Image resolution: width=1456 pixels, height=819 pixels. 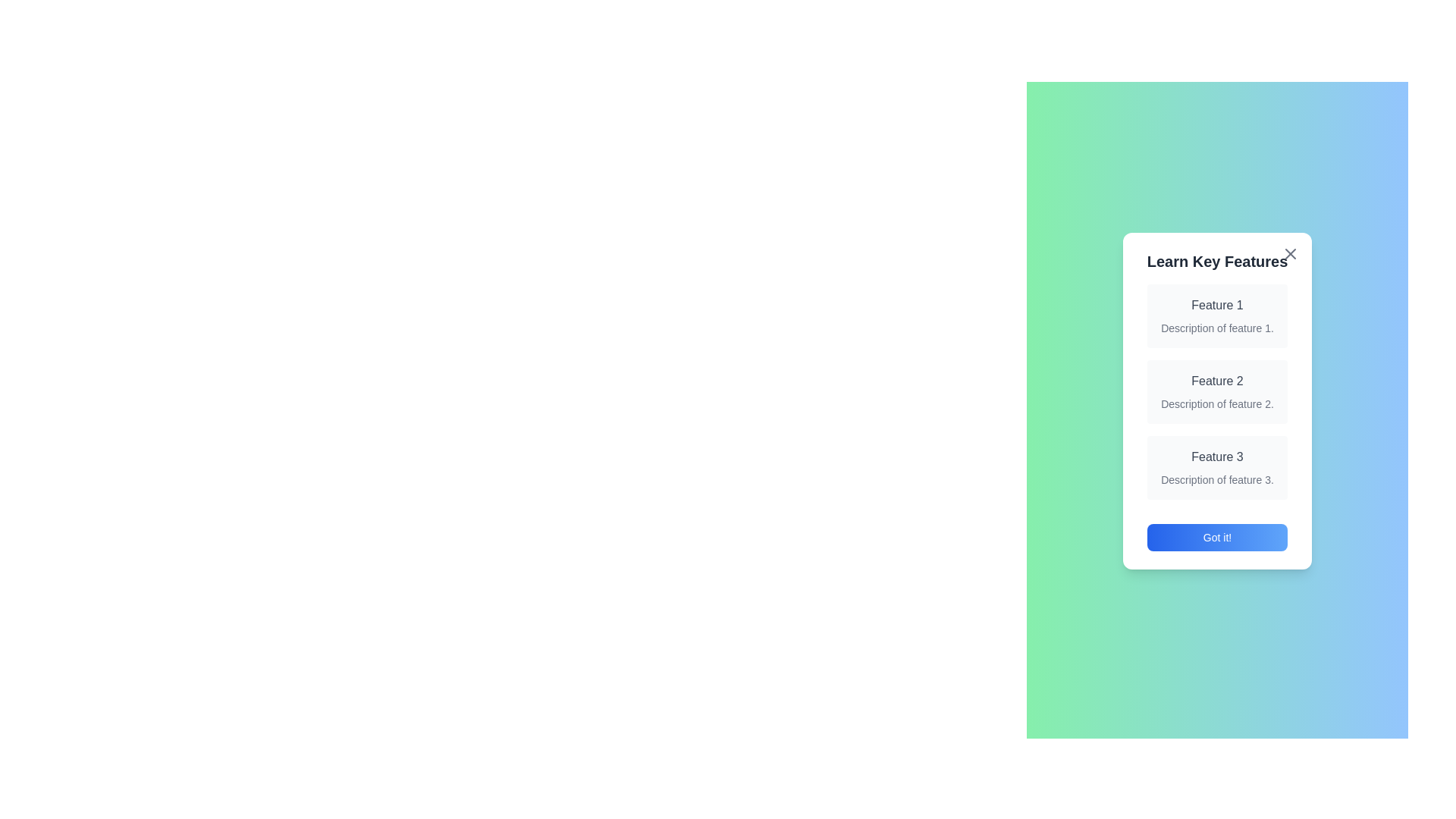 What do you see at coordinates (1290, 253) in the screenshot?
I see `'X' button at the top-right corner of the modal to close it` at bounding box center [1290, 253].